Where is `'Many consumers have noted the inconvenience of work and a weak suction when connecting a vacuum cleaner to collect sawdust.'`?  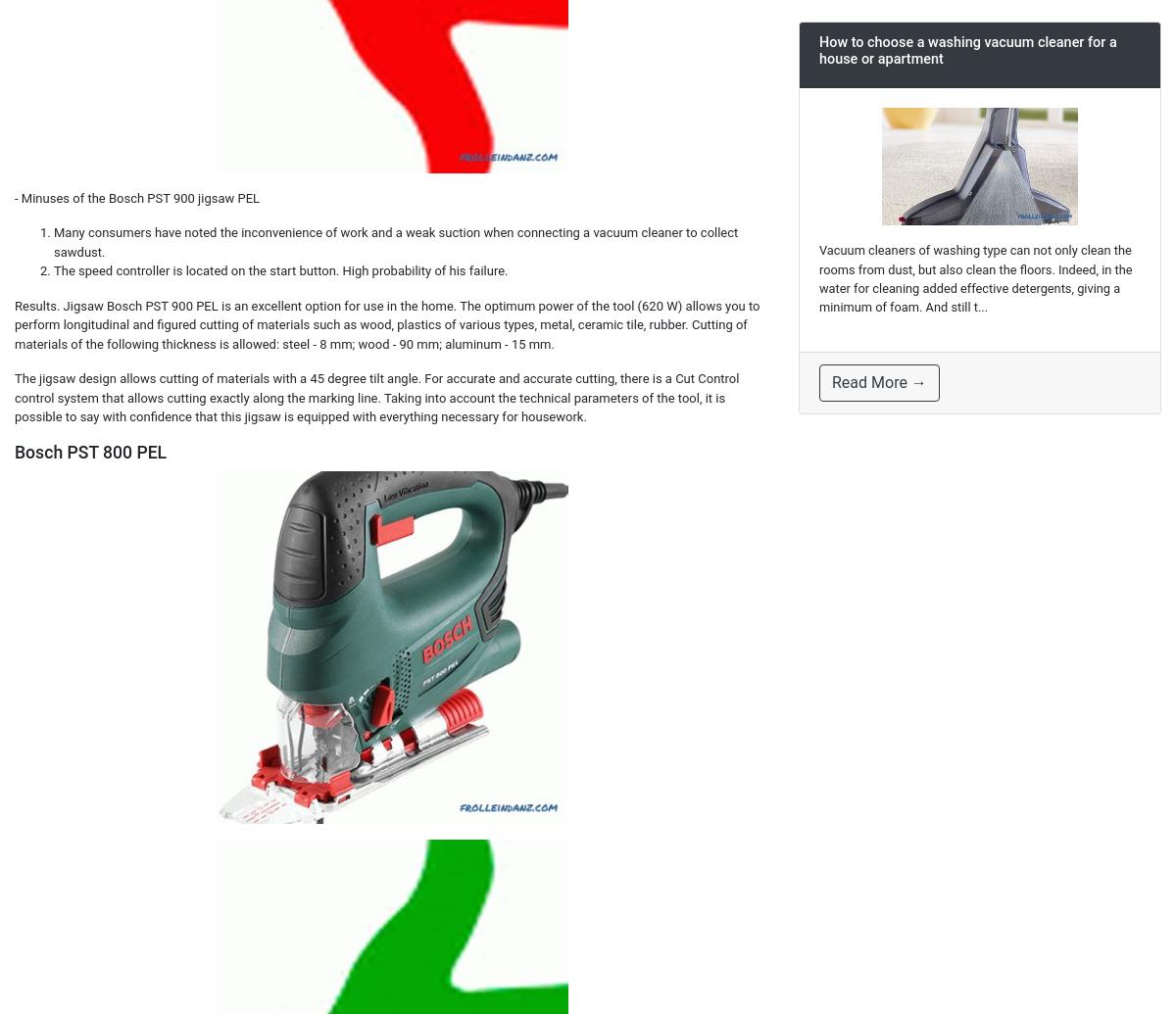 'Many consumers have noted the inconvenience of work and a weak suction when connecting a vacuum cleaner to collect sawdust.' is located at coordinates (396, 241).